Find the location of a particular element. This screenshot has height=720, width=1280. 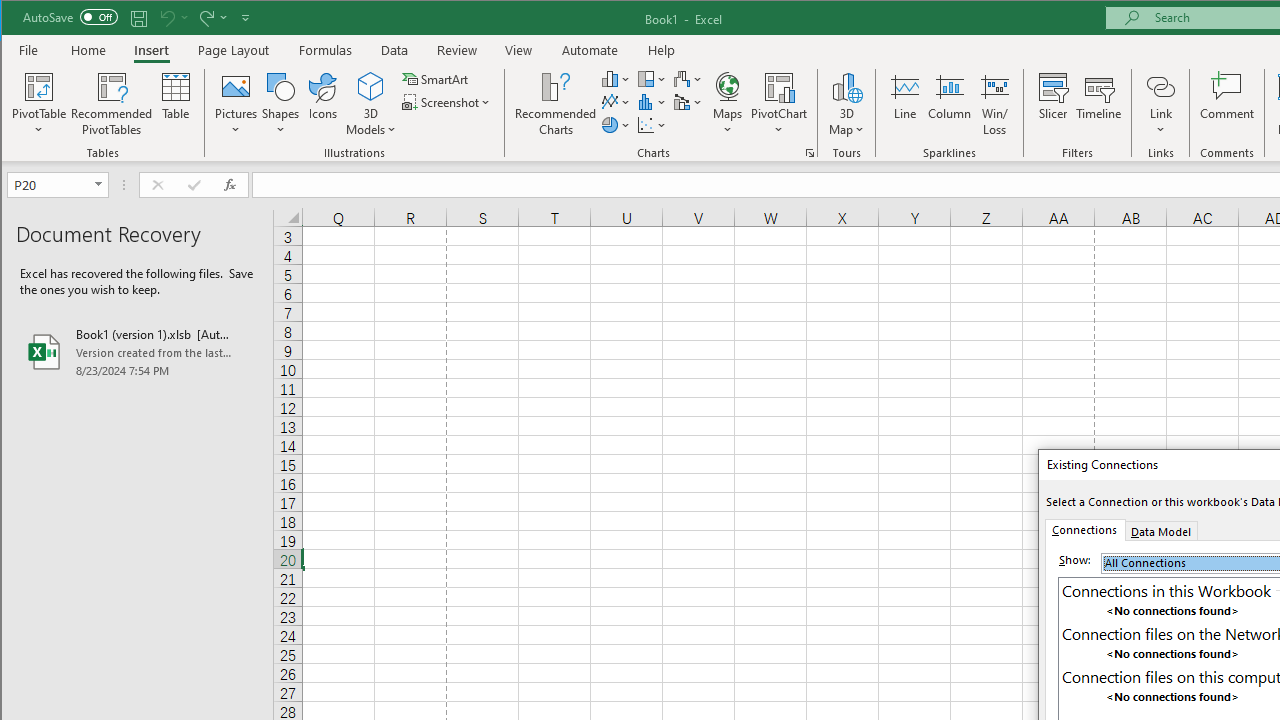

'3D Map' is located at coordinates (846, 85).